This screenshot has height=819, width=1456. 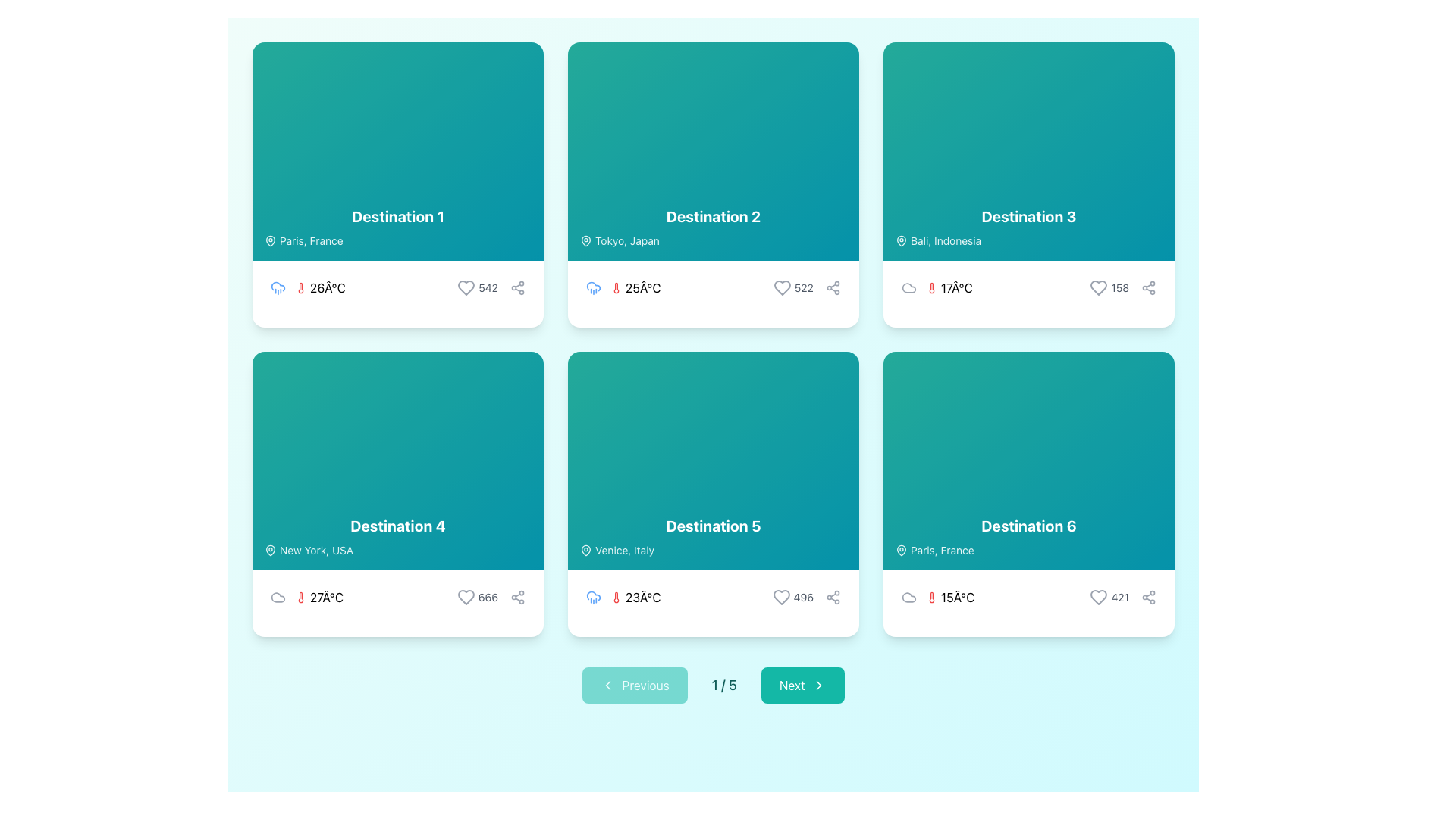 I want to click on the cloudy weather icon located in the fourth card ('Destination 4') to the left of the temperature text ('27°C'), so click(x=278, y=596).